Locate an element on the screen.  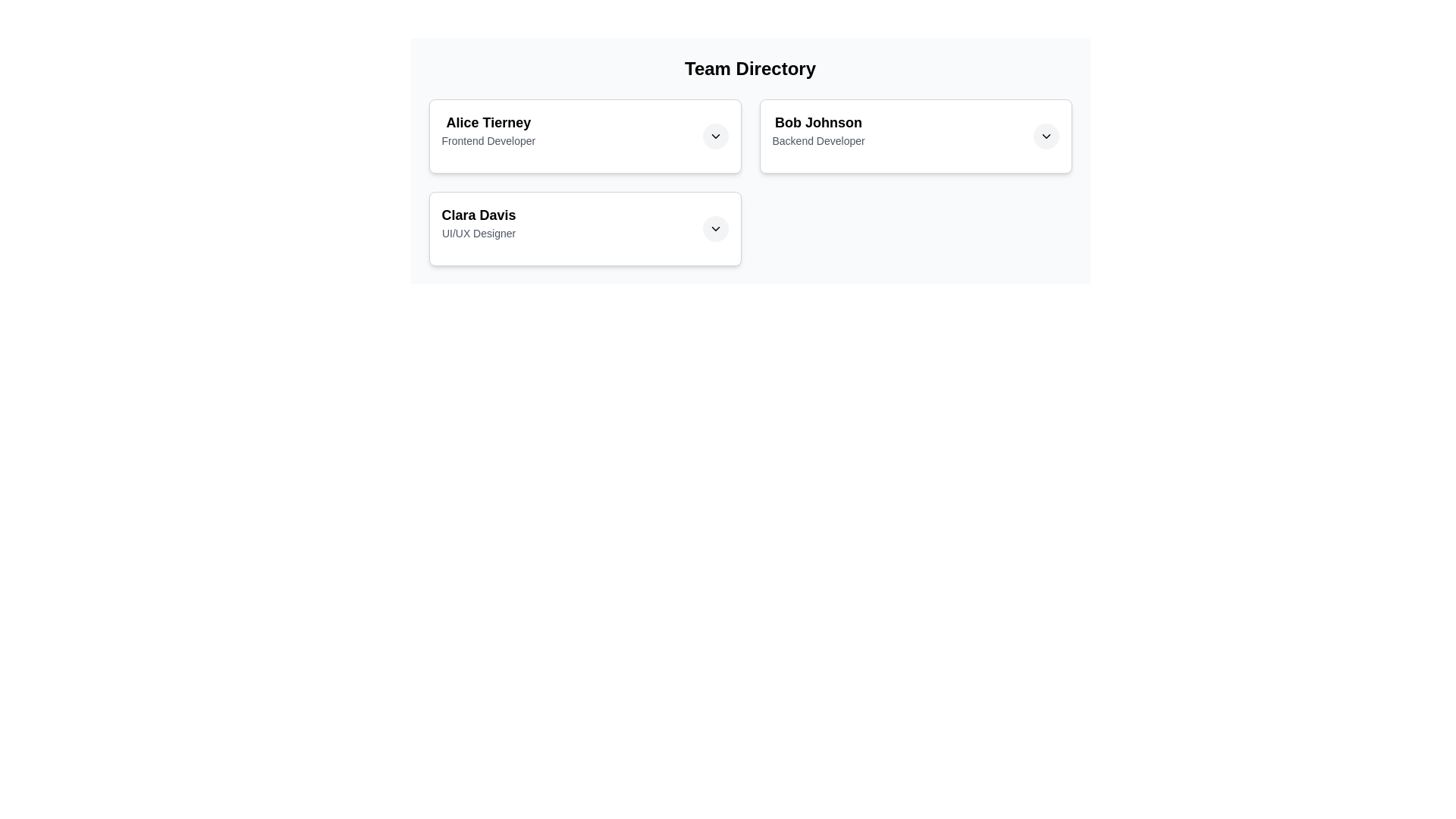
the button located in the bottom right corner of the card associated with 'Clara Davis' is located at coordinates (714, 228).